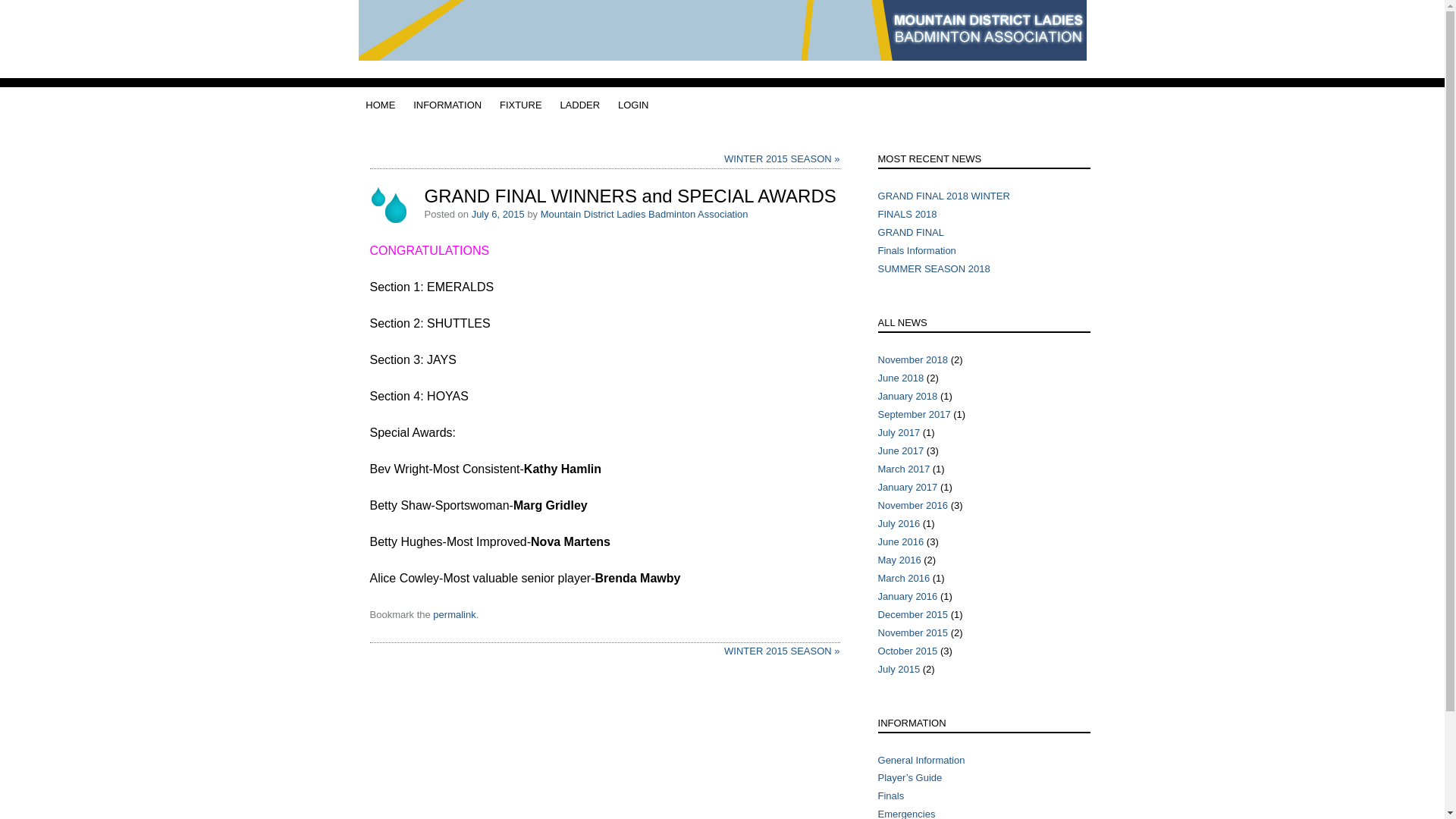 The image size is (1456, 819). Describe the element at coordinates (901, 450) in the screenshot. I see `'June 2017'` at that location.